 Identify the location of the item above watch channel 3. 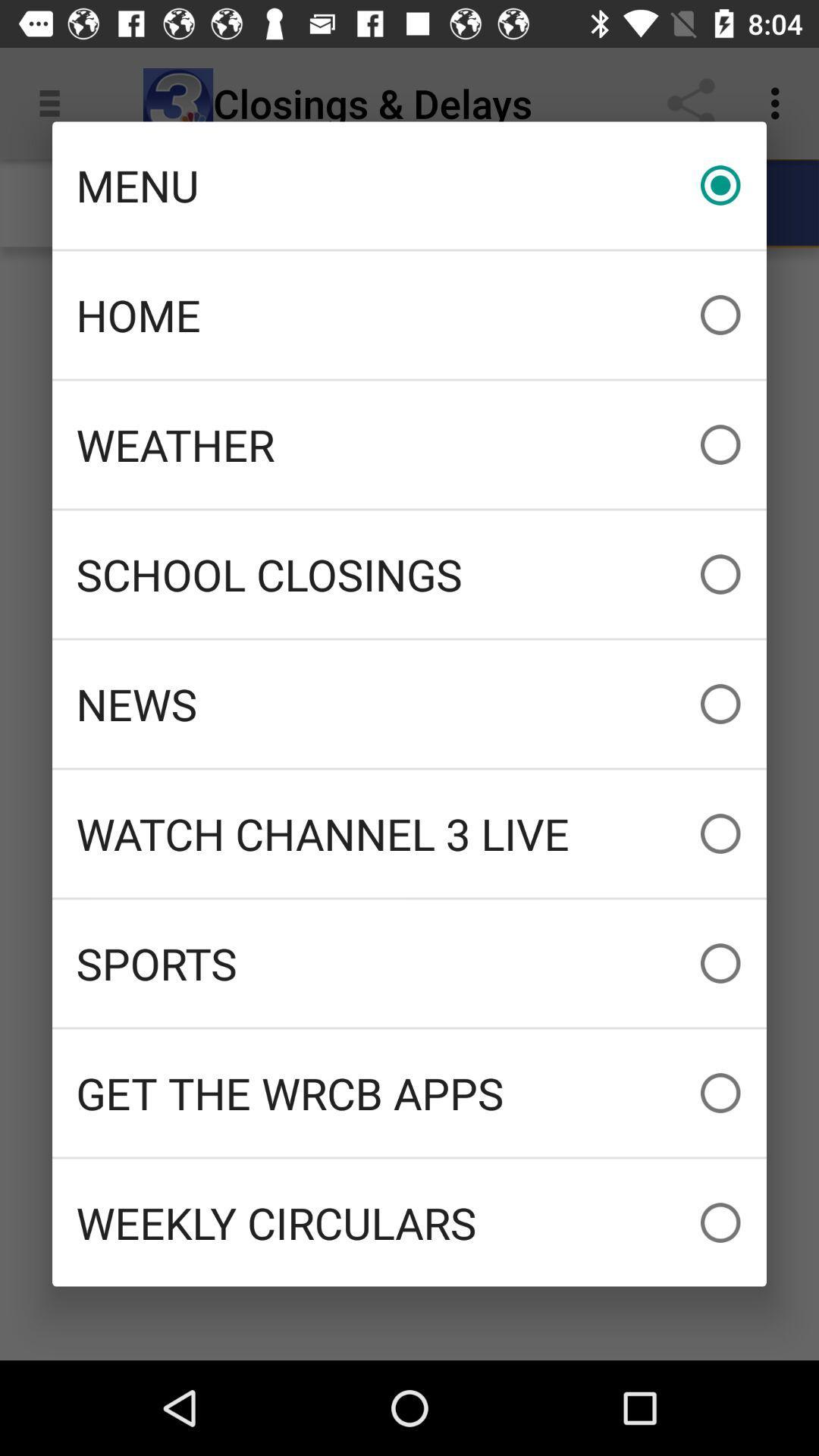
(409, 703).